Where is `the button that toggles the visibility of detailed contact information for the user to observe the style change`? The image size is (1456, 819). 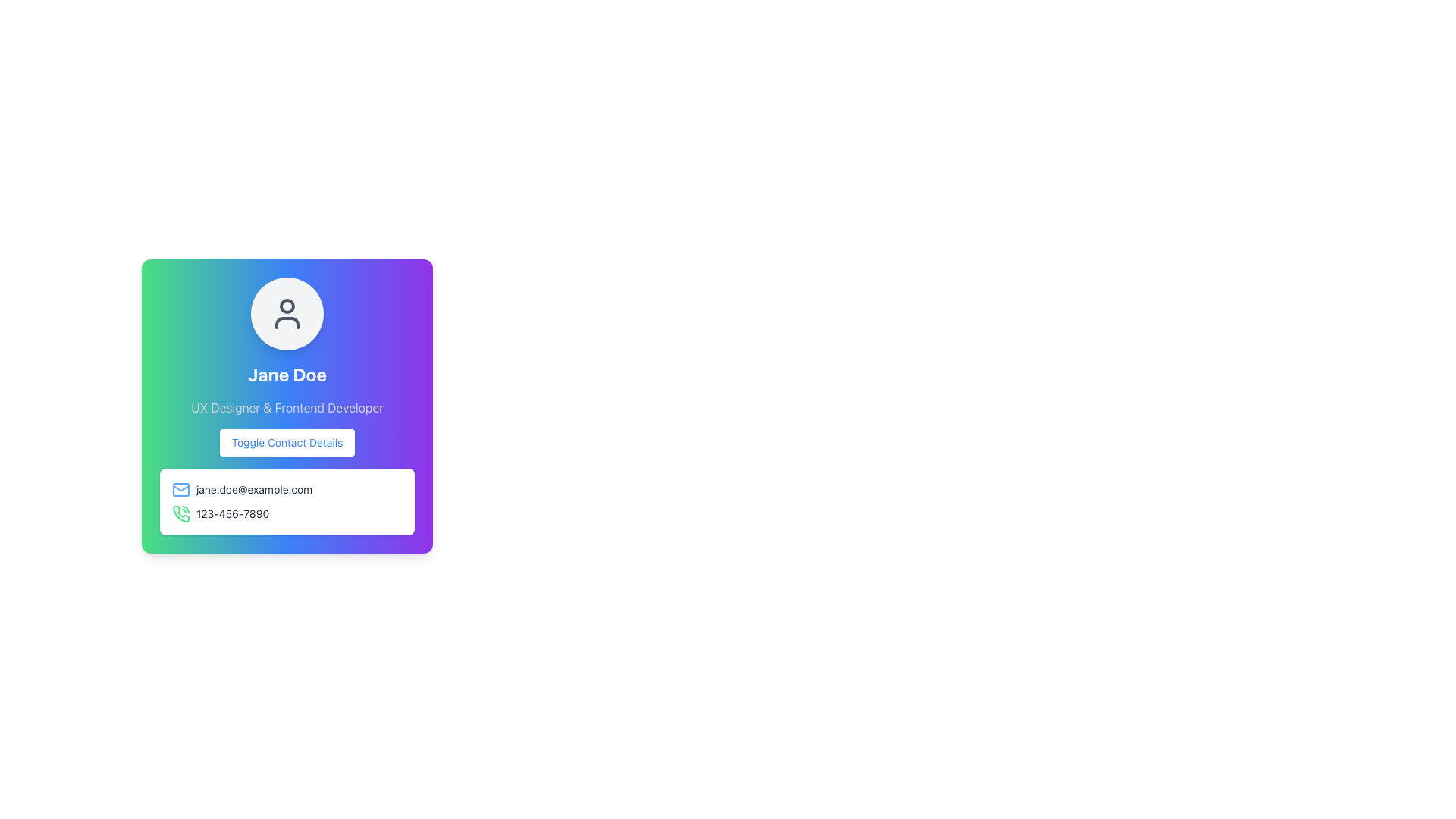
the button that toggles the visibility of detailed contact information for the user to observe the style change is located at coordinates (287, 442).